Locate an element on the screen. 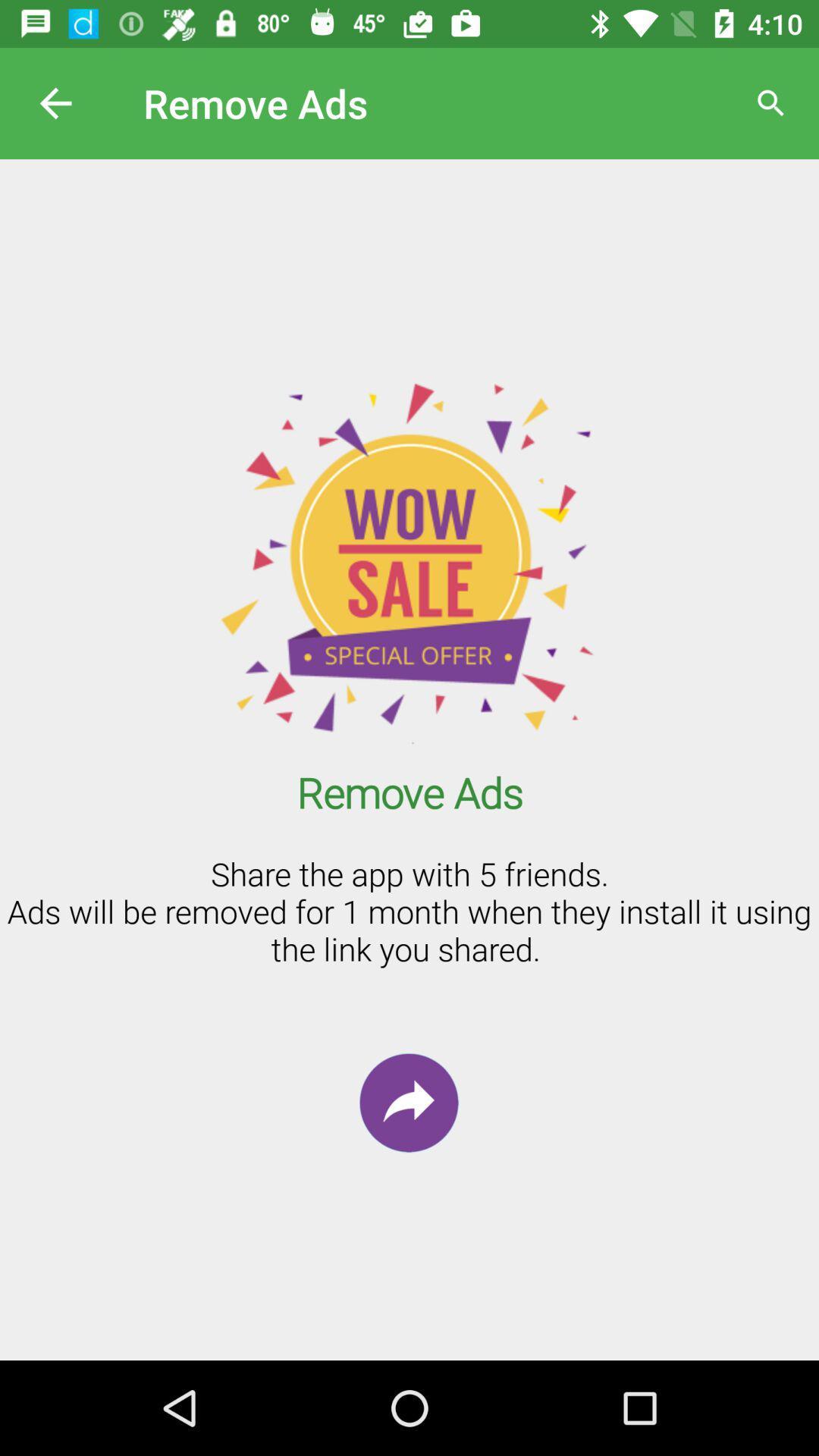 This screenshot has height=1456, width=819. the redo icon is located at coordinates (408, 1103).